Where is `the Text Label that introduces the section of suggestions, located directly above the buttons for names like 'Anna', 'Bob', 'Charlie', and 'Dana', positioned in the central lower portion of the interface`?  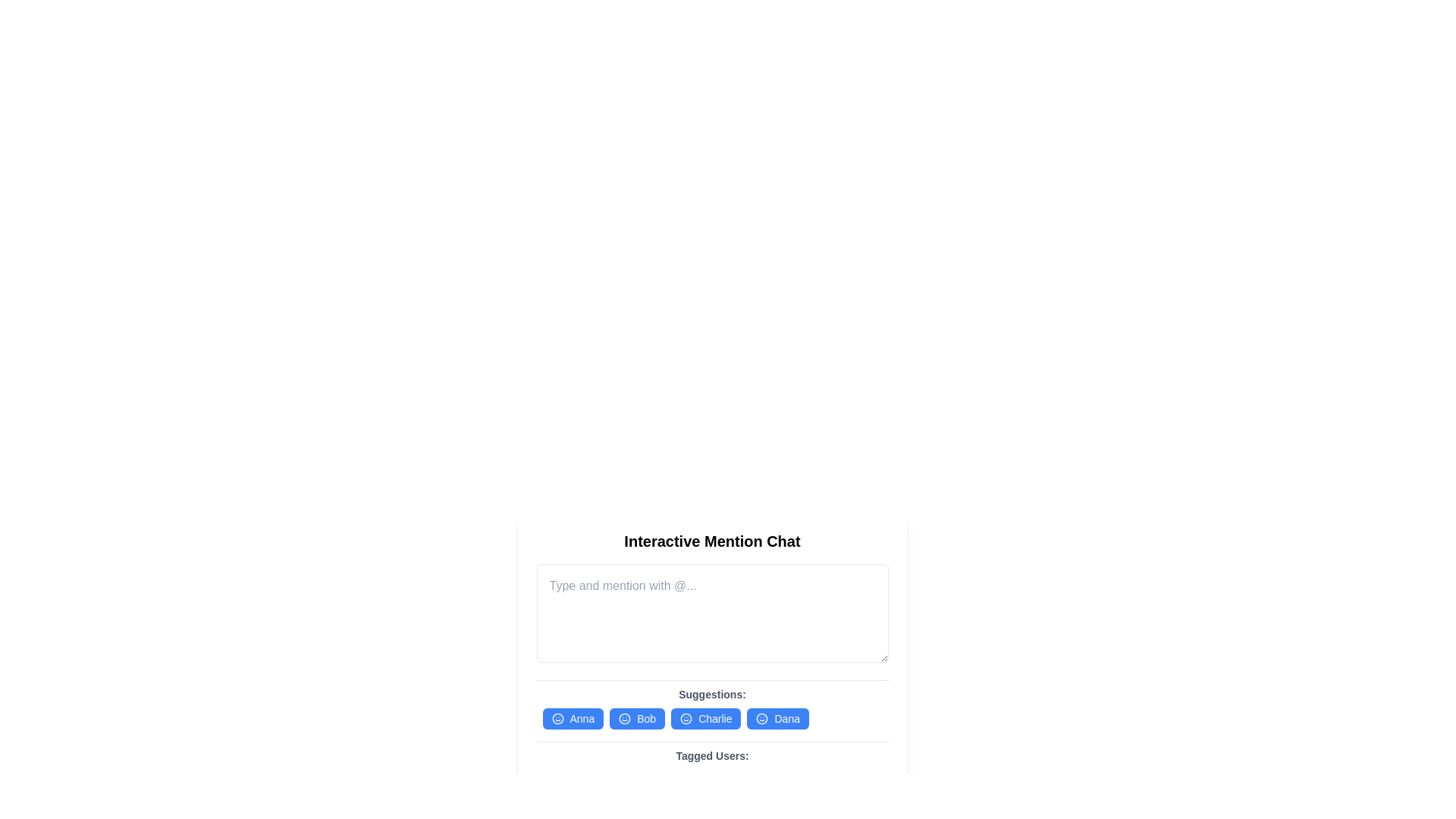
the Text Label that introduces the section of suggestions, located directly above the buttons for names like 'Anna', 'Bob', 'Charlie', and 'Dana', positioned in the central lower portion of the interface is located at coordinates (711, 694).